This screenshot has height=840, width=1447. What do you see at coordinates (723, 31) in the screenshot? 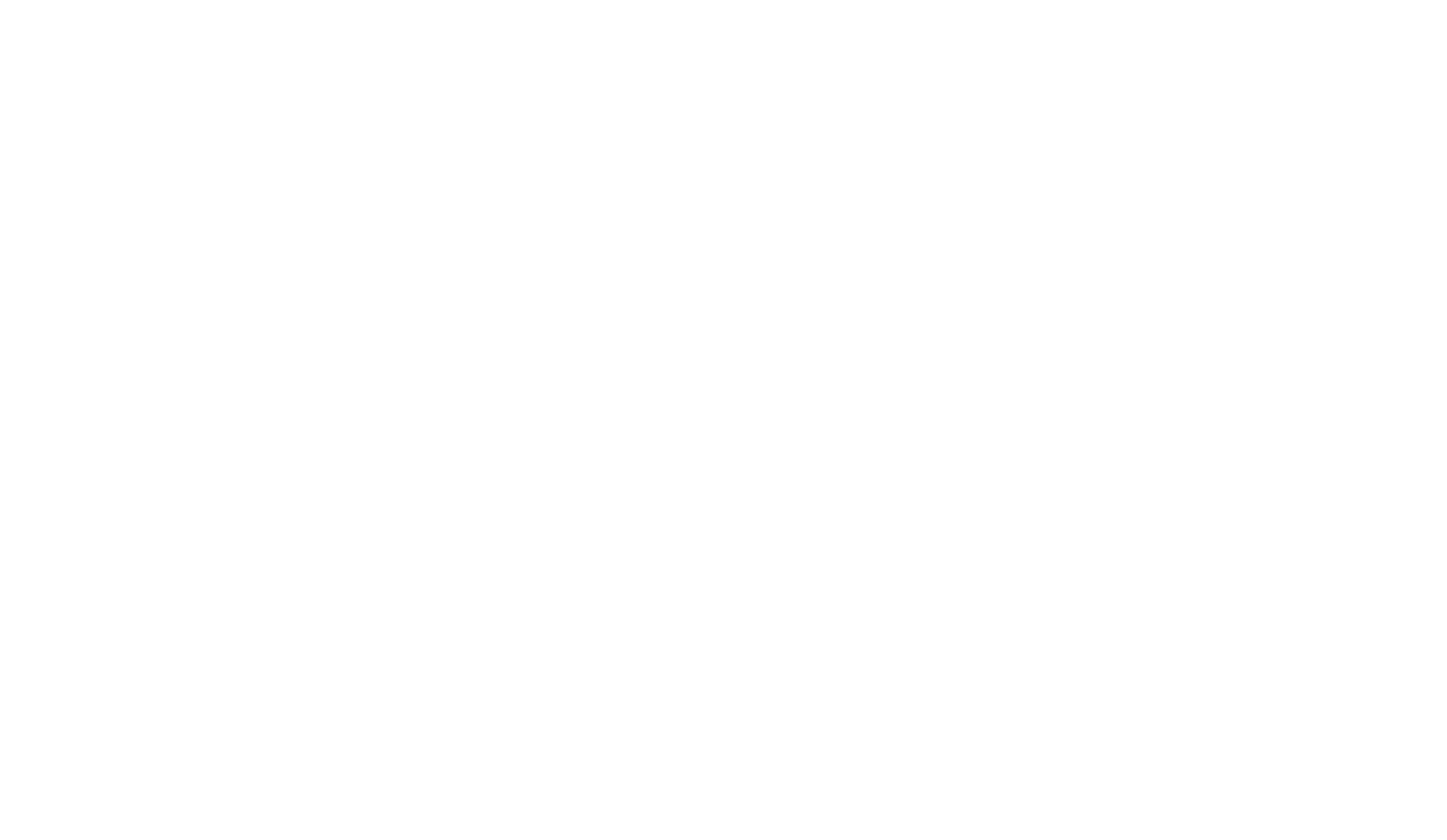
I see `'Spotted par ClementineC'` at bounding box center [723, 31].